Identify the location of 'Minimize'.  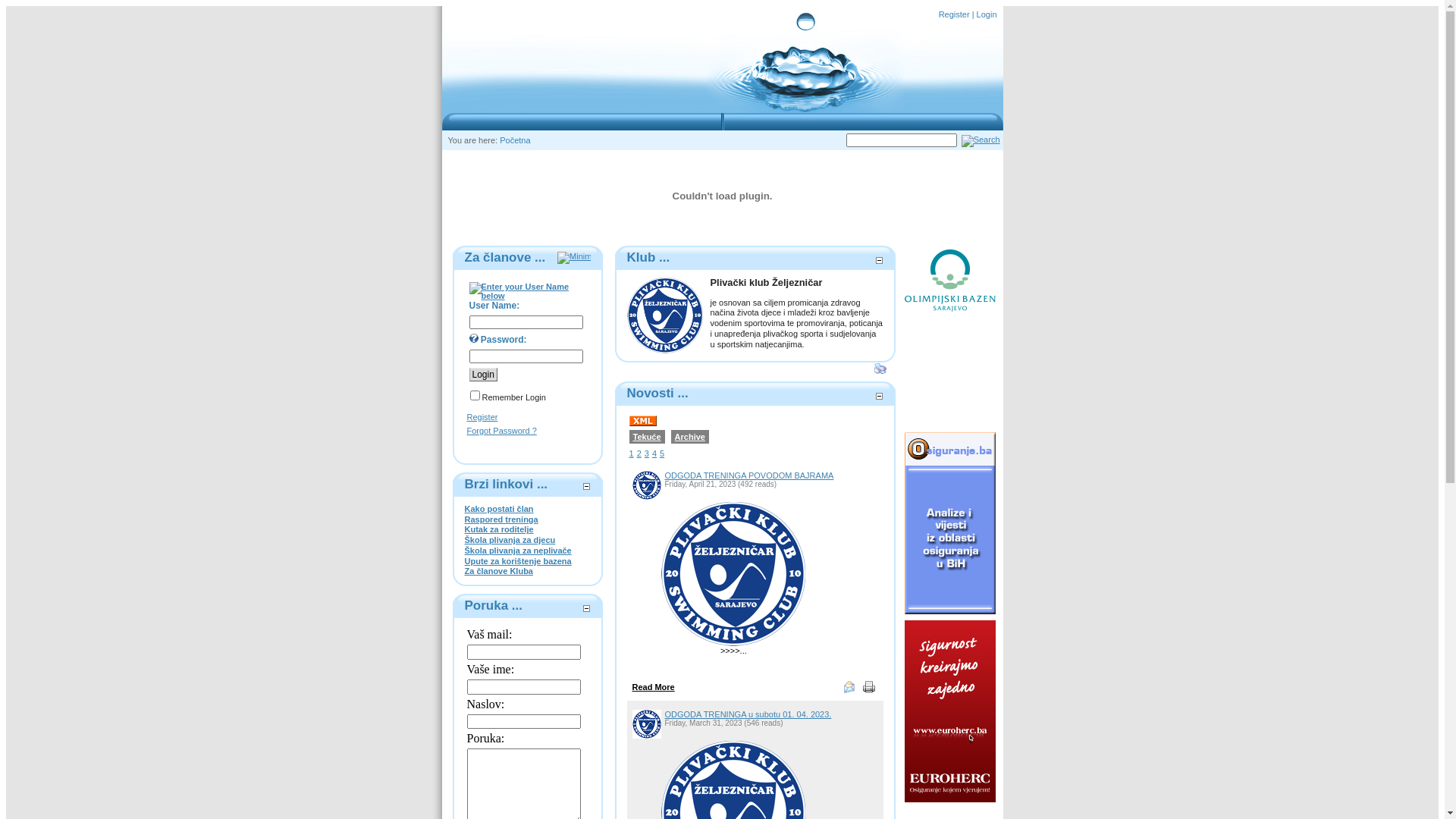
(585, 486).